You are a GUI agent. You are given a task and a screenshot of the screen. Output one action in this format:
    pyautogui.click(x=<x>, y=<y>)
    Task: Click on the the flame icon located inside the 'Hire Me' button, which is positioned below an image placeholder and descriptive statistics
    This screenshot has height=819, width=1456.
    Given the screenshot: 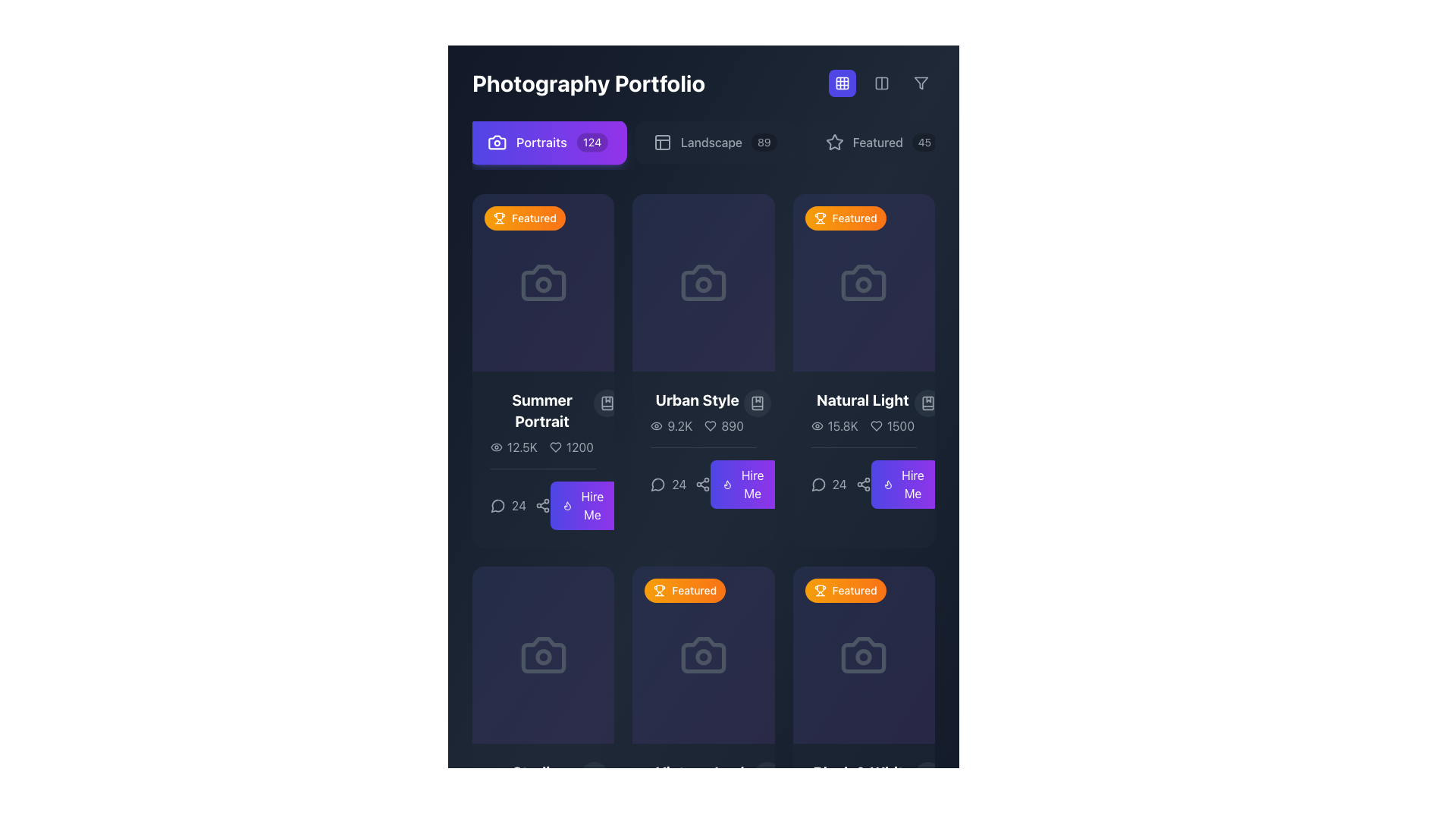 What is the action you would take?
    pyautogui.click(x=566, y=506)
    